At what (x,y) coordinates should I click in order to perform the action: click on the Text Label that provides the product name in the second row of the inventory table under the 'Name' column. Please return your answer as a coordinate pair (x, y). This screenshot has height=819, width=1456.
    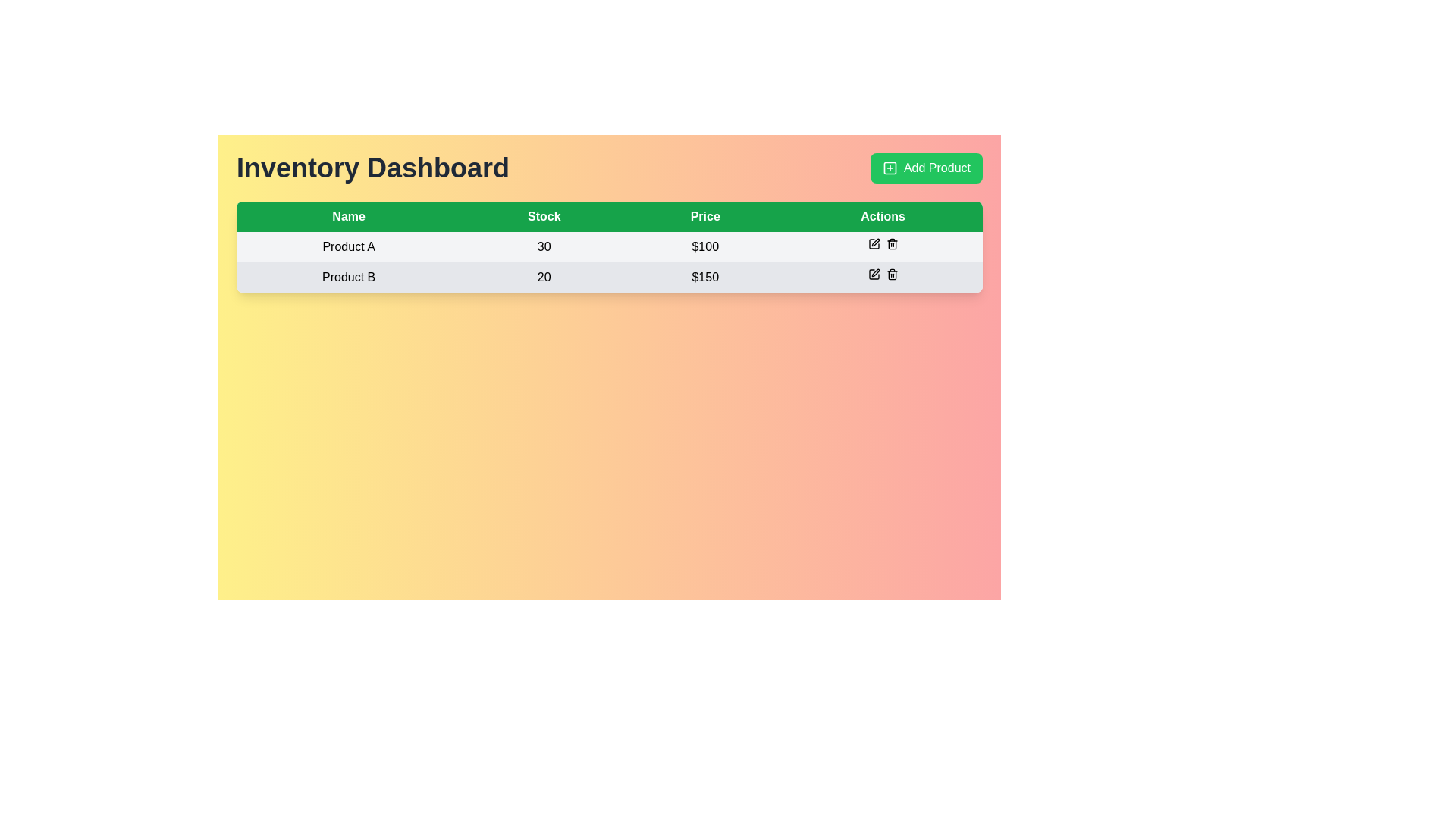
    Looking at the image, I should click on (348, 278).